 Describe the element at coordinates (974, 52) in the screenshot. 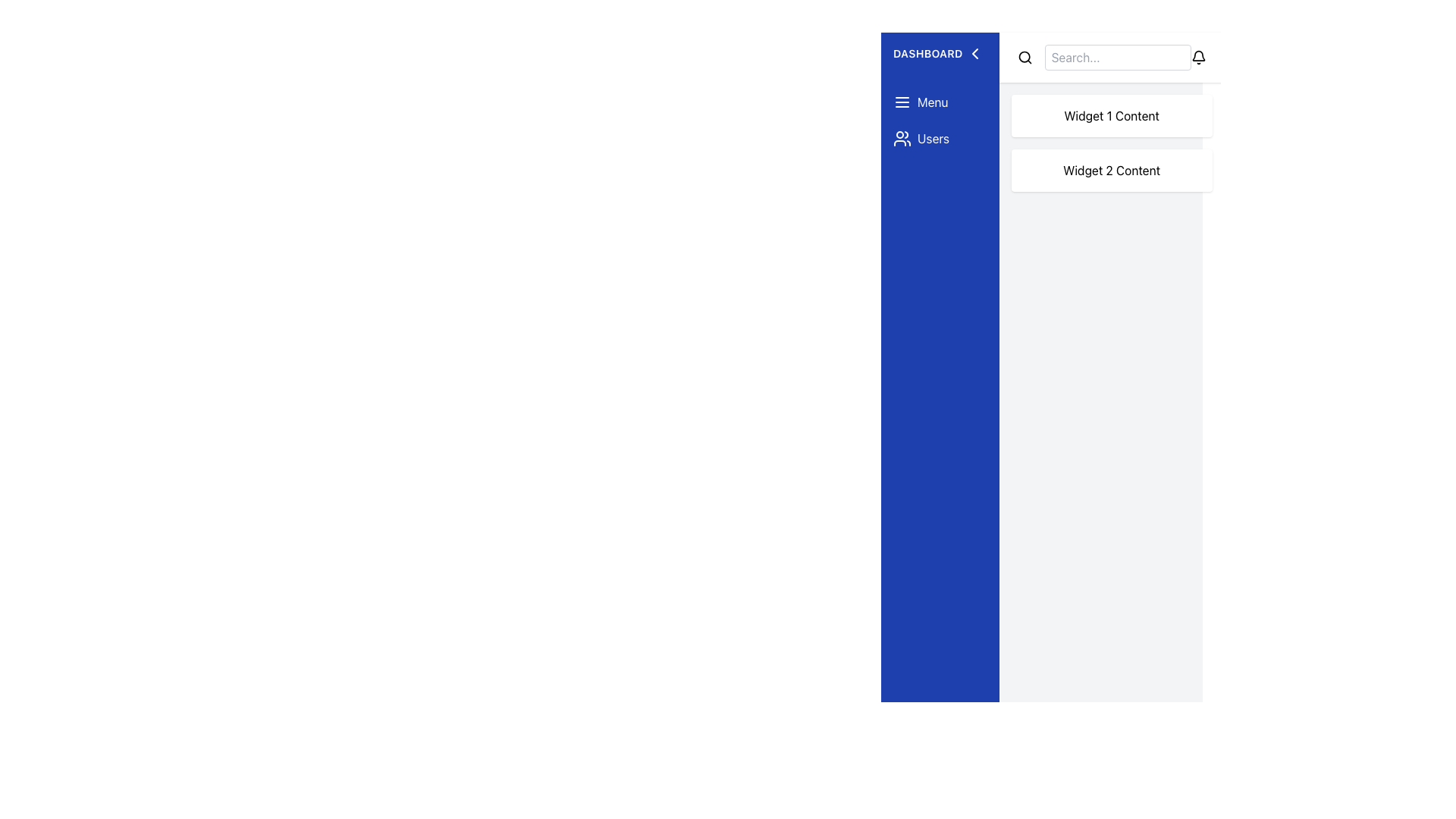

I see `the leftward-pointing chevron icon located at the end of the 'DASHBOARD' header in the blue sidebar` at that location.